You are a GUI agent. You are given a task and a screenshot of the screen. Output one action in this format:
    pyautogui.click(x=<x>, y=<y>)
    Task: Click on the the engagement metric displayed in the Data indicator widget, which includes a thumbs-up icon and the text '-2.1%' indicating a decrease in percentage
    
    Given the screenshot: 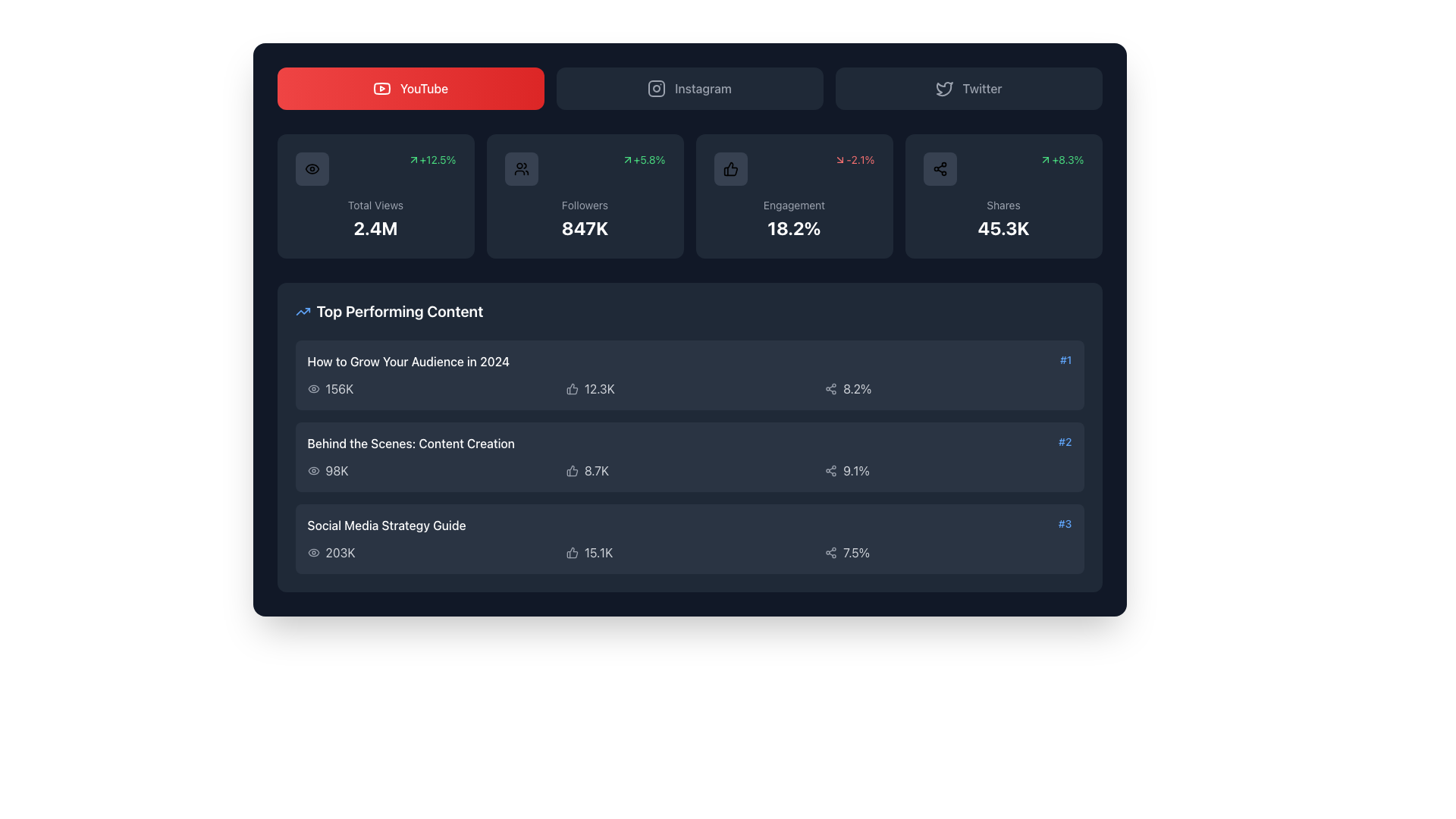 What is the action you would take?
    pyautogui.click(x=793, y=169)
    